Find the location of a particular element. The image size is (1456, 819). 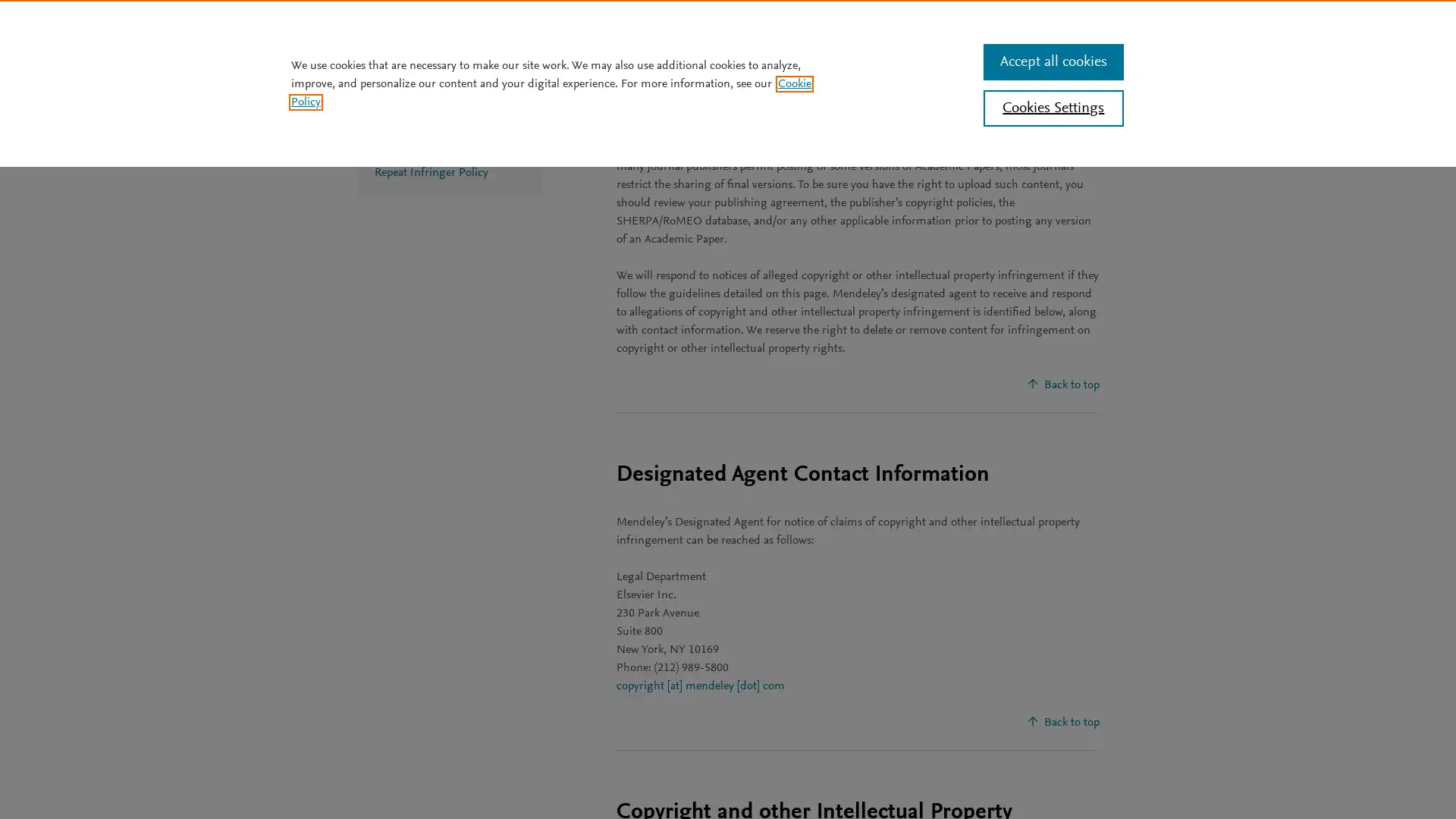

Accept all cookies is located at coordinates (1052, 61).